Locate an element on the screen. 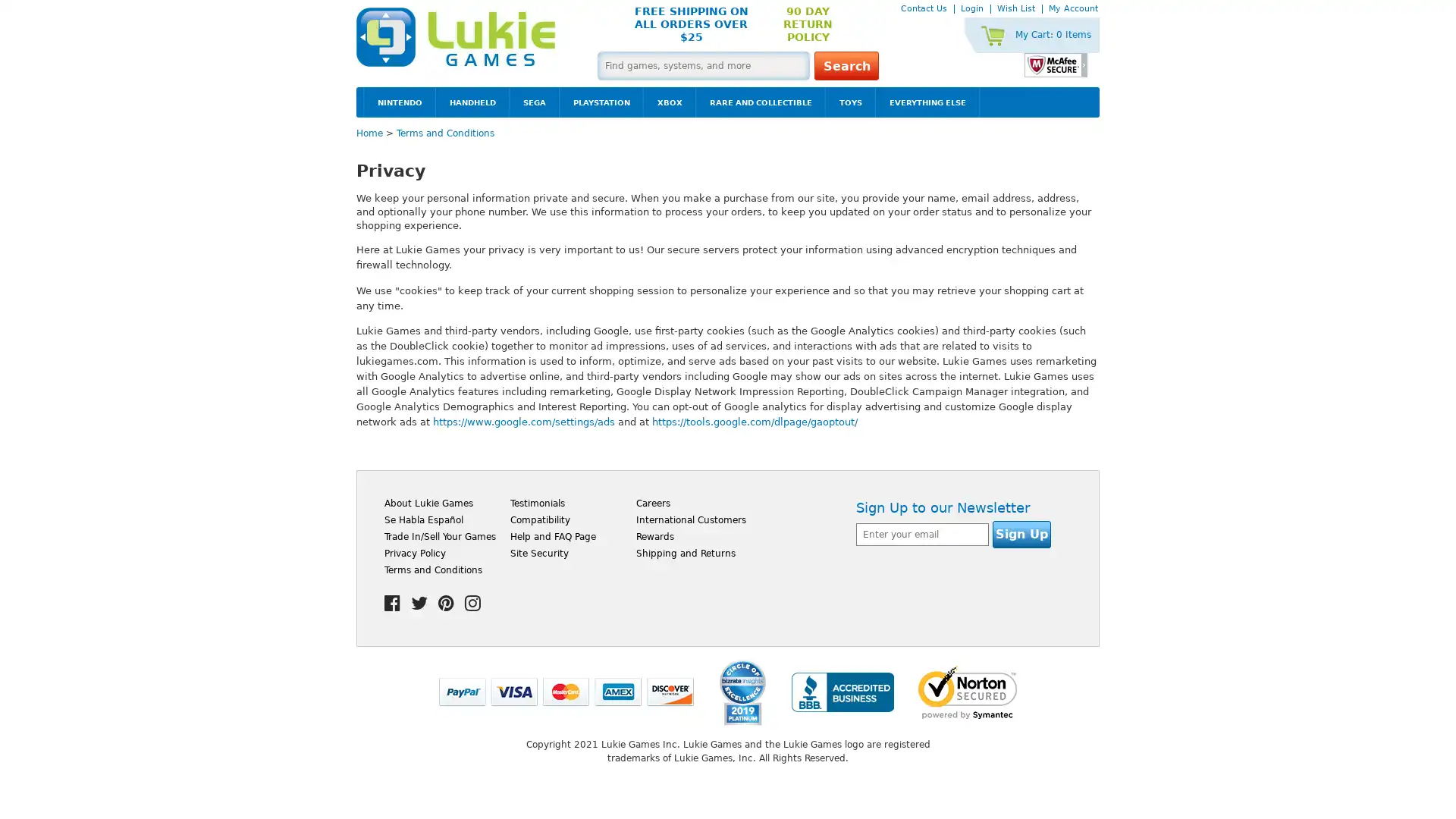 This screenshot has height=819, width=1456. Search is located at coordinates (846, 65).